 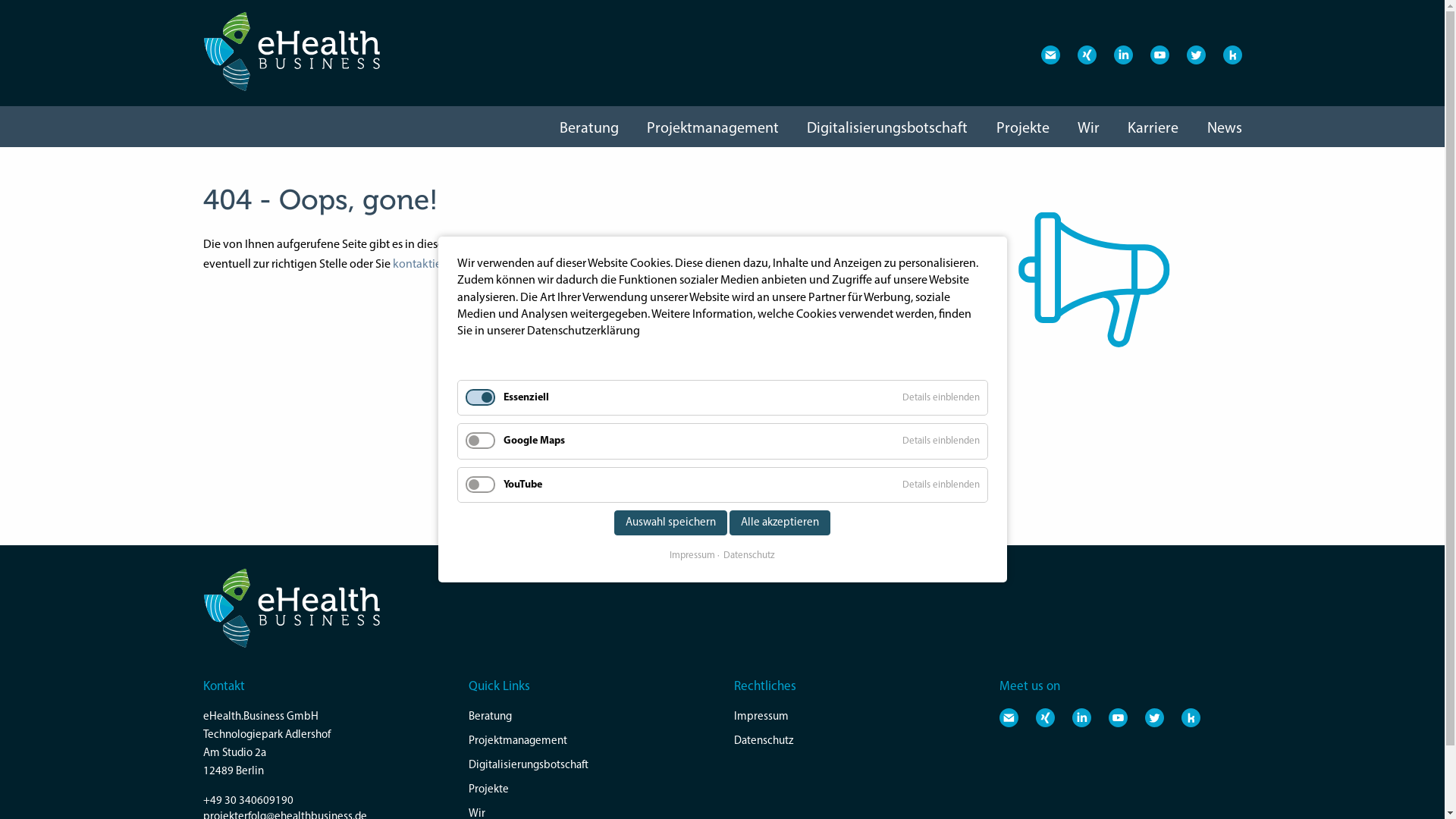 I want to click on 'Besuchen Sie uns auf XING', so click(x=1044, y=717).